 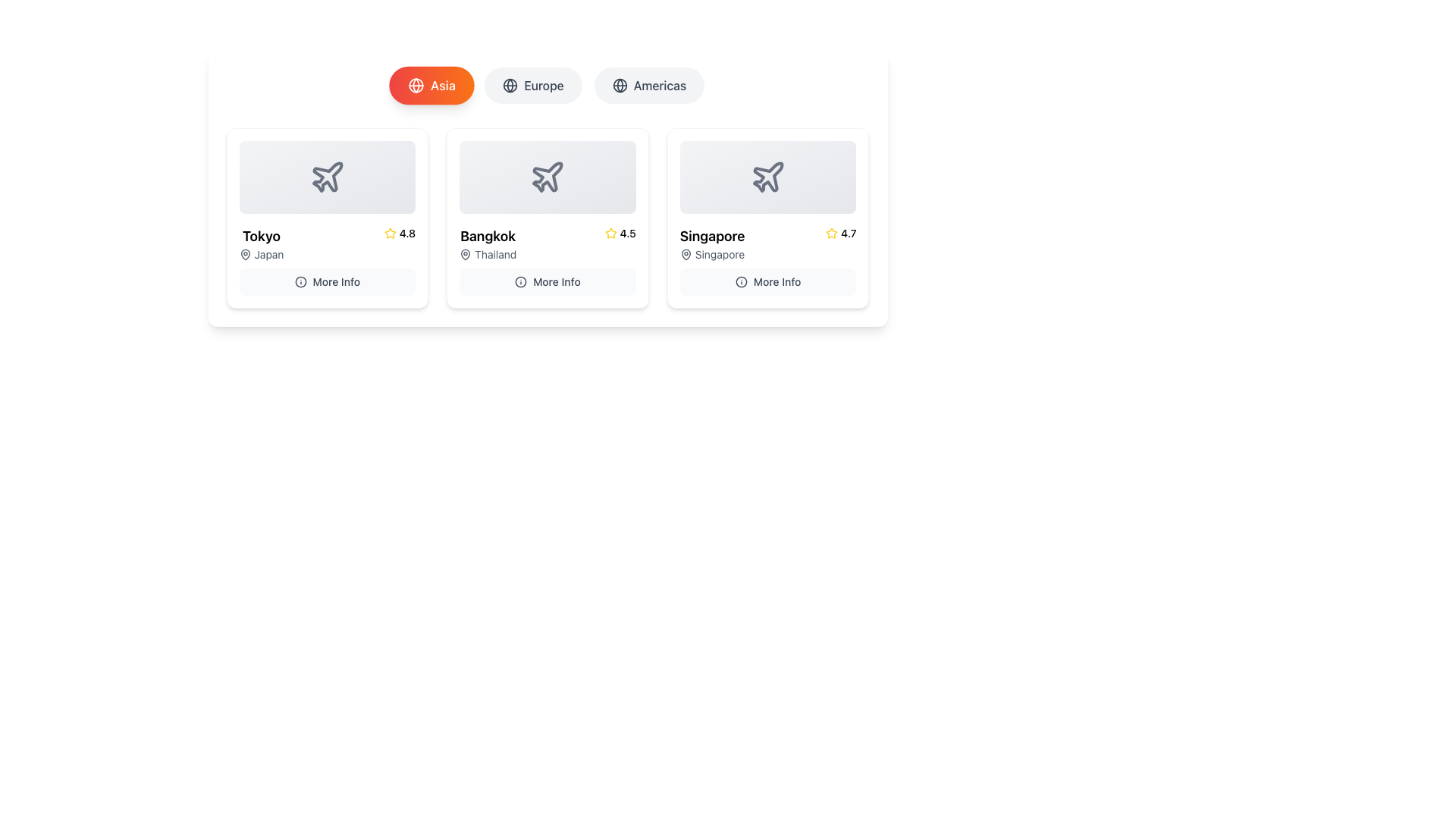 I want to click on the button that serves as a navigation or filtering option, so click(x=649, y=85).